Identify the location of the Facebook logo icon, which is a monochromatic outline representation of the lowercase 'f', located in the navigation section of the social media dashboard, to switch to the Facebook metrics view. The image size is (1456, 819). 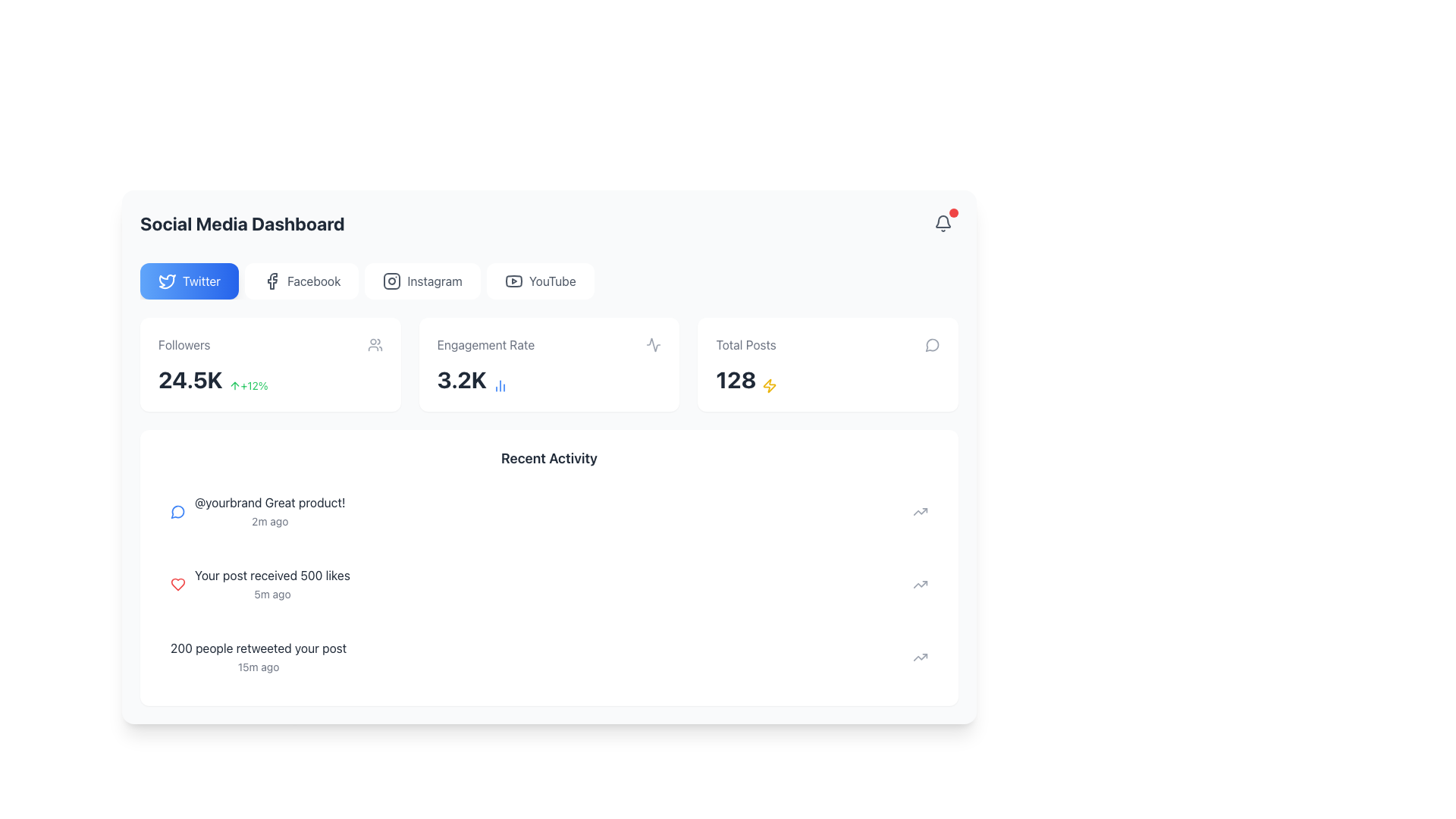
(272, 281).